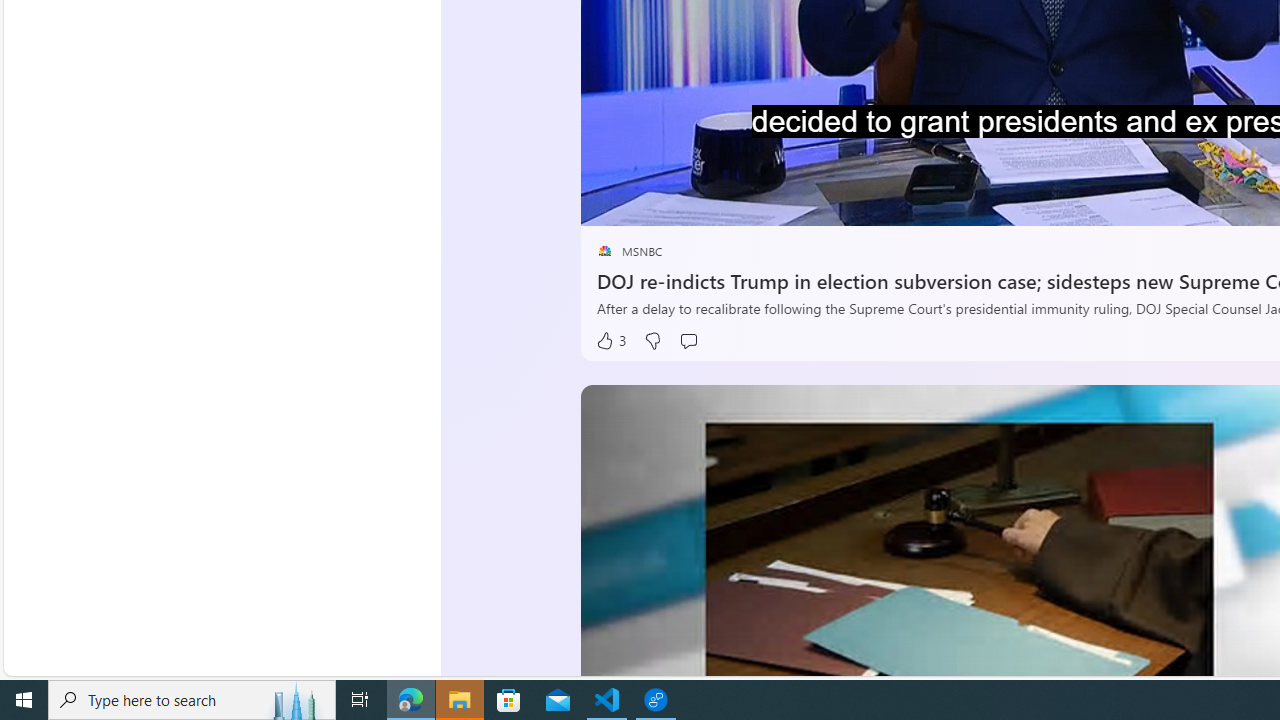 This screenshot has width=1280, height=720. Describe the element at coordinates (628, 250) in the screenshot. I see `'placeholder MSNBC'` at that location.